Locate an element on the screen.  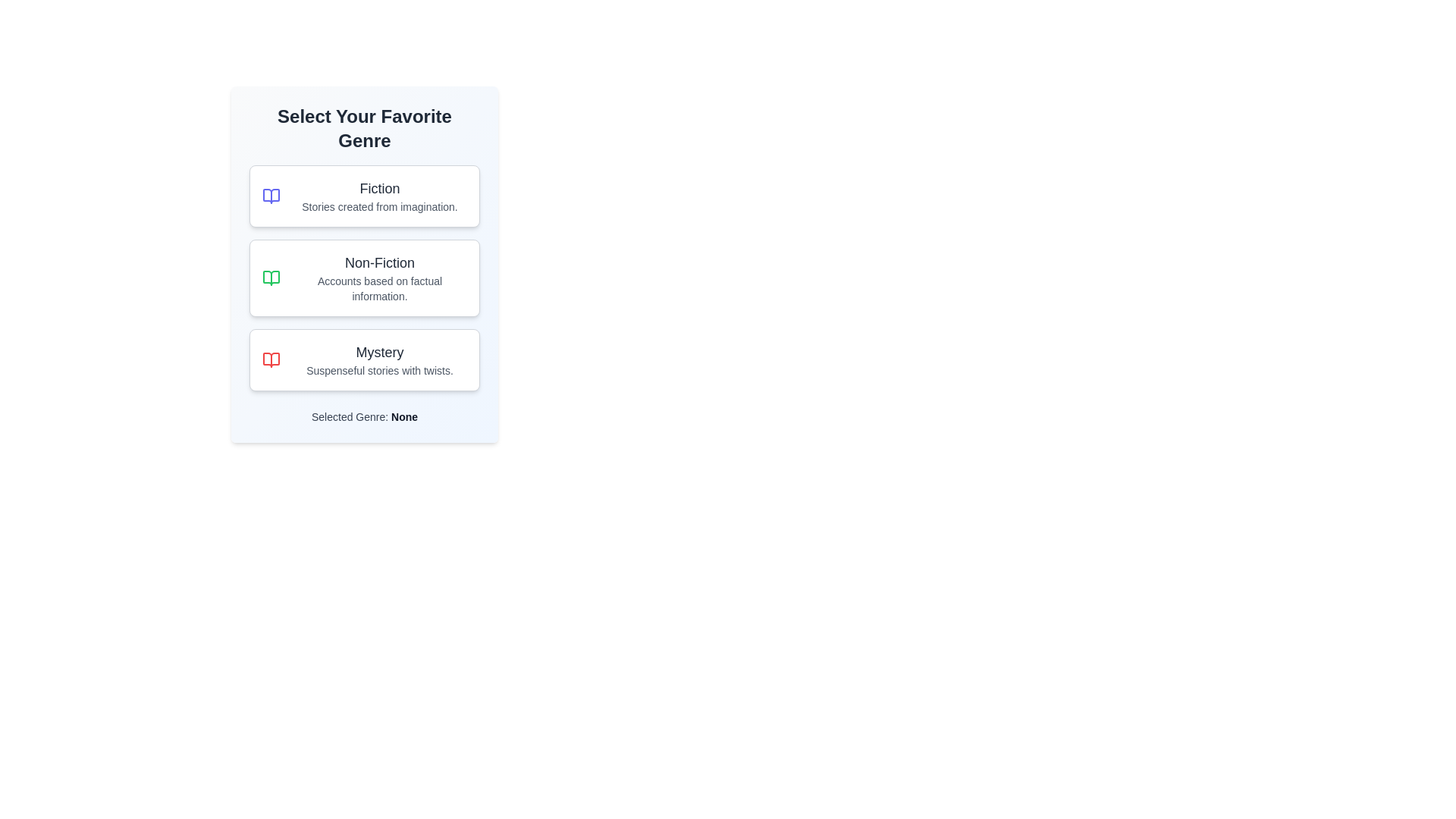
text label that serves as the title for the 'Mystery' card, located at the top of the third card in a vertically stacked list is located at coordinates (379, 353).